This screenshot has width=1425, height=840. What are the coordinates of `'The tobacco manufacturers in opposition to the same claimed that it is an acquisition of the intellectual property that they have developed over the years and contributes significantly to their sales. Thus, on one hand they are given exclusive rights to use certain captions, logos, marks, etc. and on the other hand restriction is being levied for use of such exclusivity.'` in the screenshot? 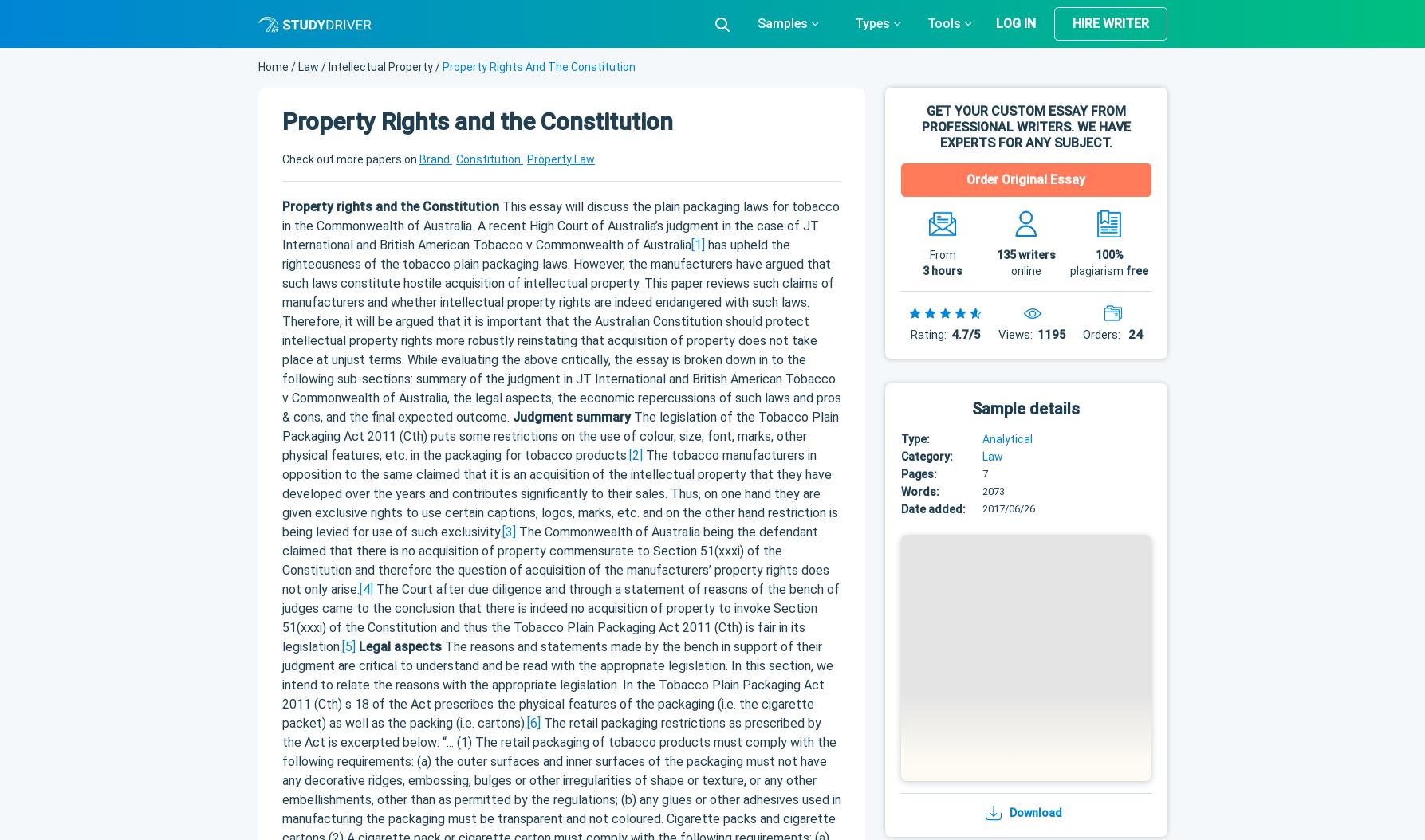 It's located at (558, 492).